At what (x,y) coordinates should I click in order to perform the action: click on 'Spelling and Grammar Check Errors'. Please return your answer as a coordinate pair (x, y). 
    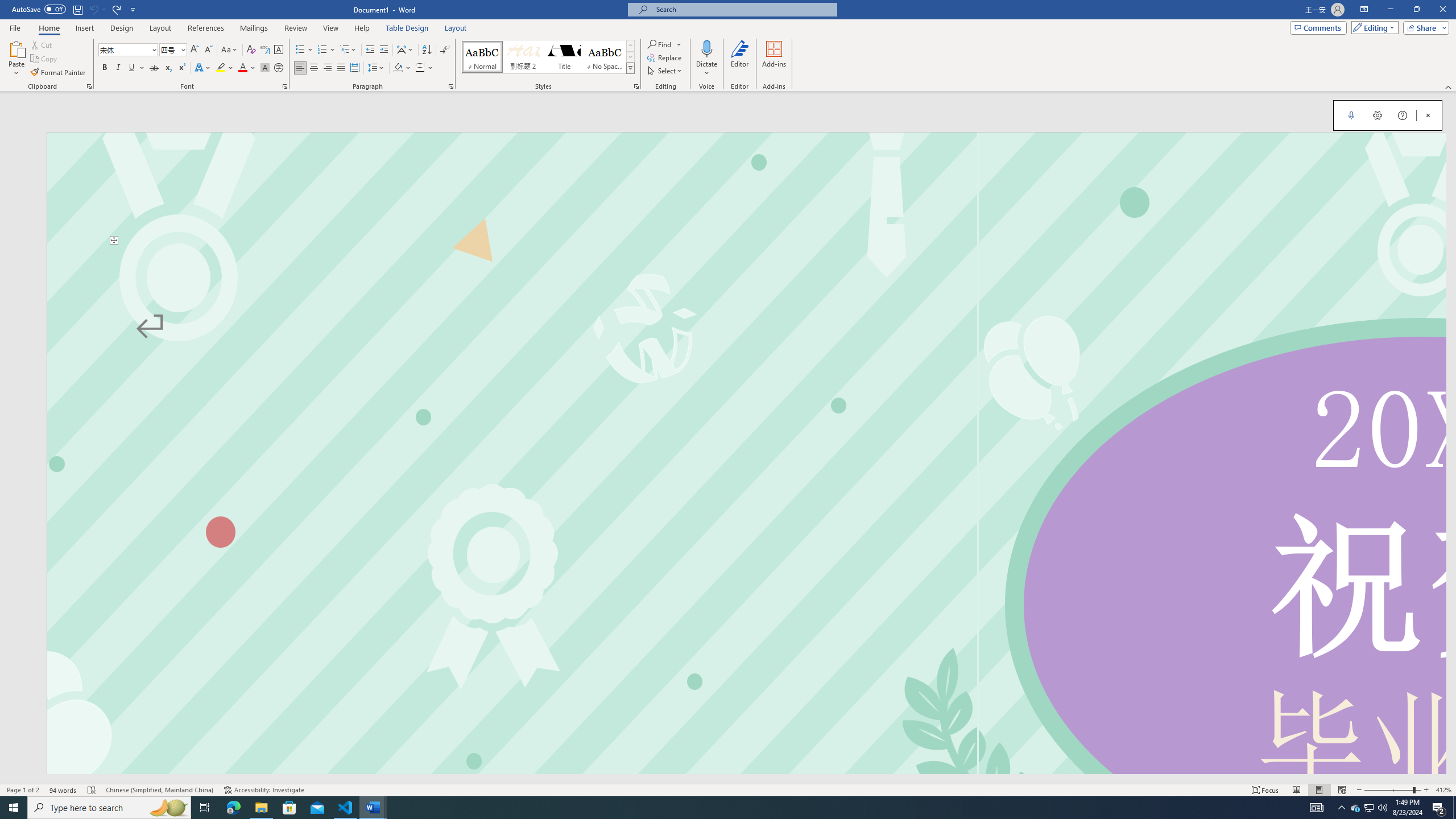
    Looking at the image, I should click on (92, 790).